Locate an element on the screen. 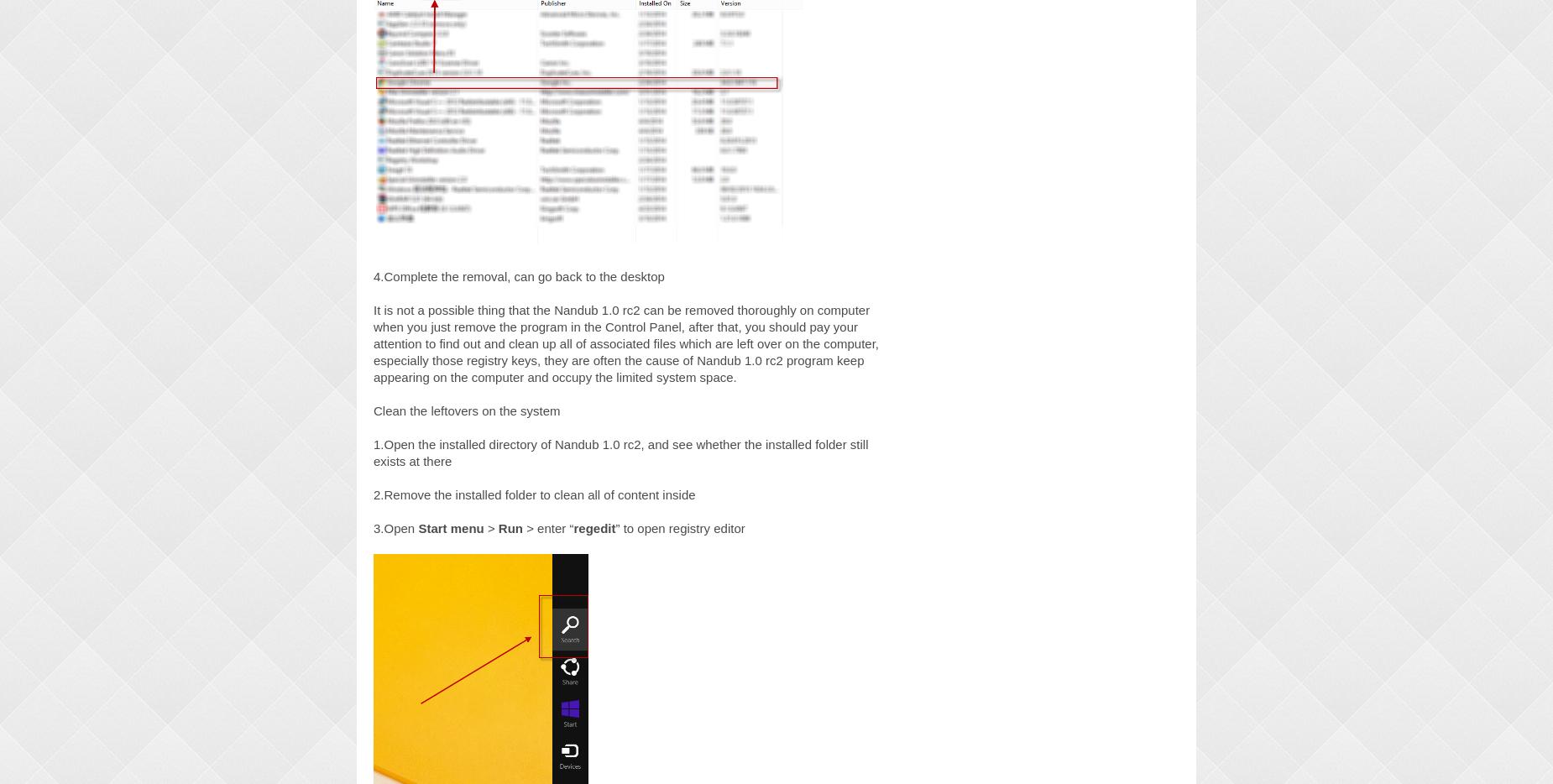 The width and height of the screenshot is (1553, 784). 'It is not a possible thing that the Nandub 1.0 rc2 can be removed thoroughly on computer when you just remove the program in the
					 Control Panel, after that, you should pay your attention to find out and clean up all of associated files which are 
					 left over on the computer, especially those registry keys, they are often the cause of Nandub 1.0 rc2 program keep appearing on the computer and occupy the limited system space.' is located at coordinates (625, 342).